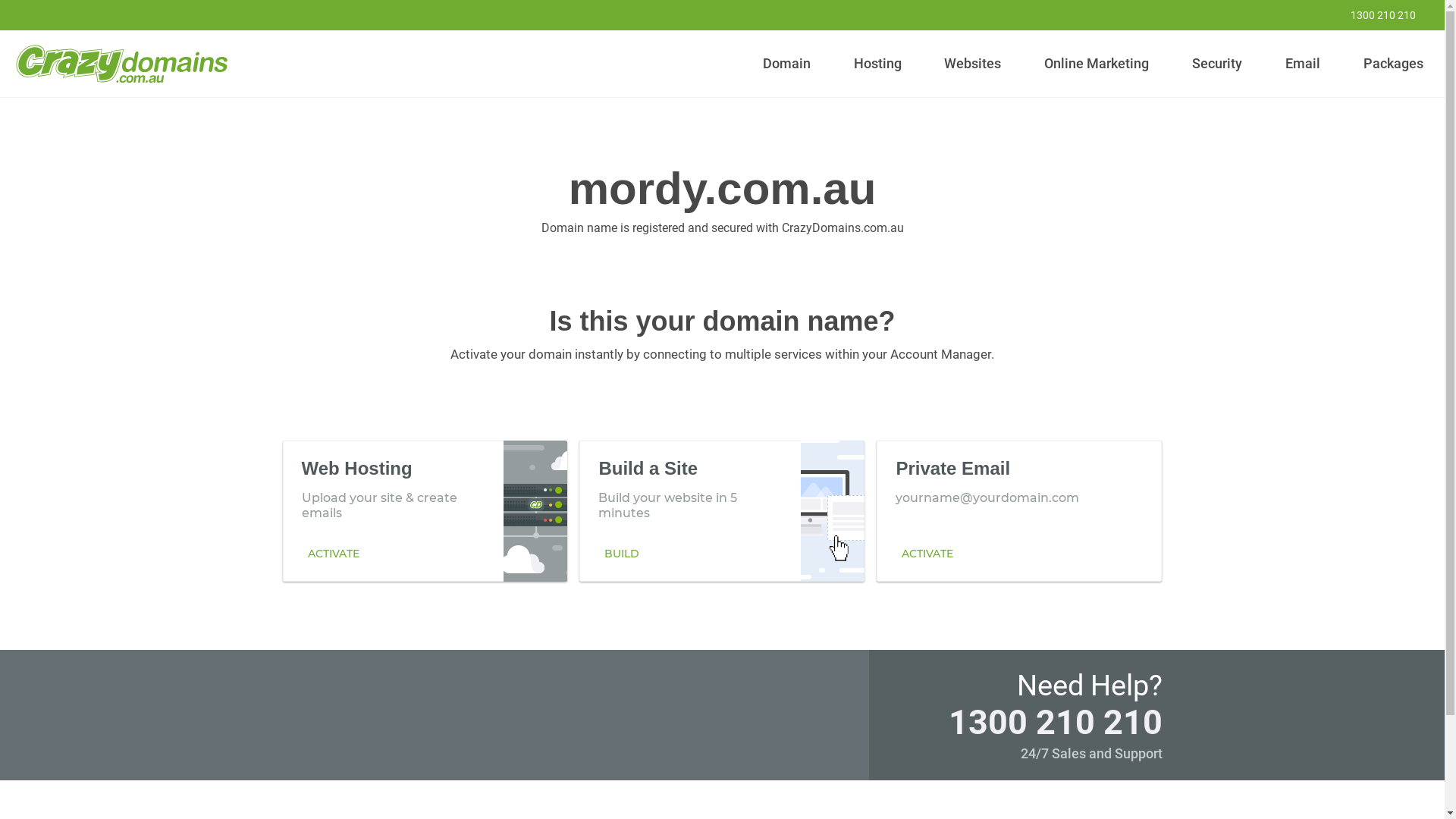  I want to click on '1300 210 210', so click(1054, 721).